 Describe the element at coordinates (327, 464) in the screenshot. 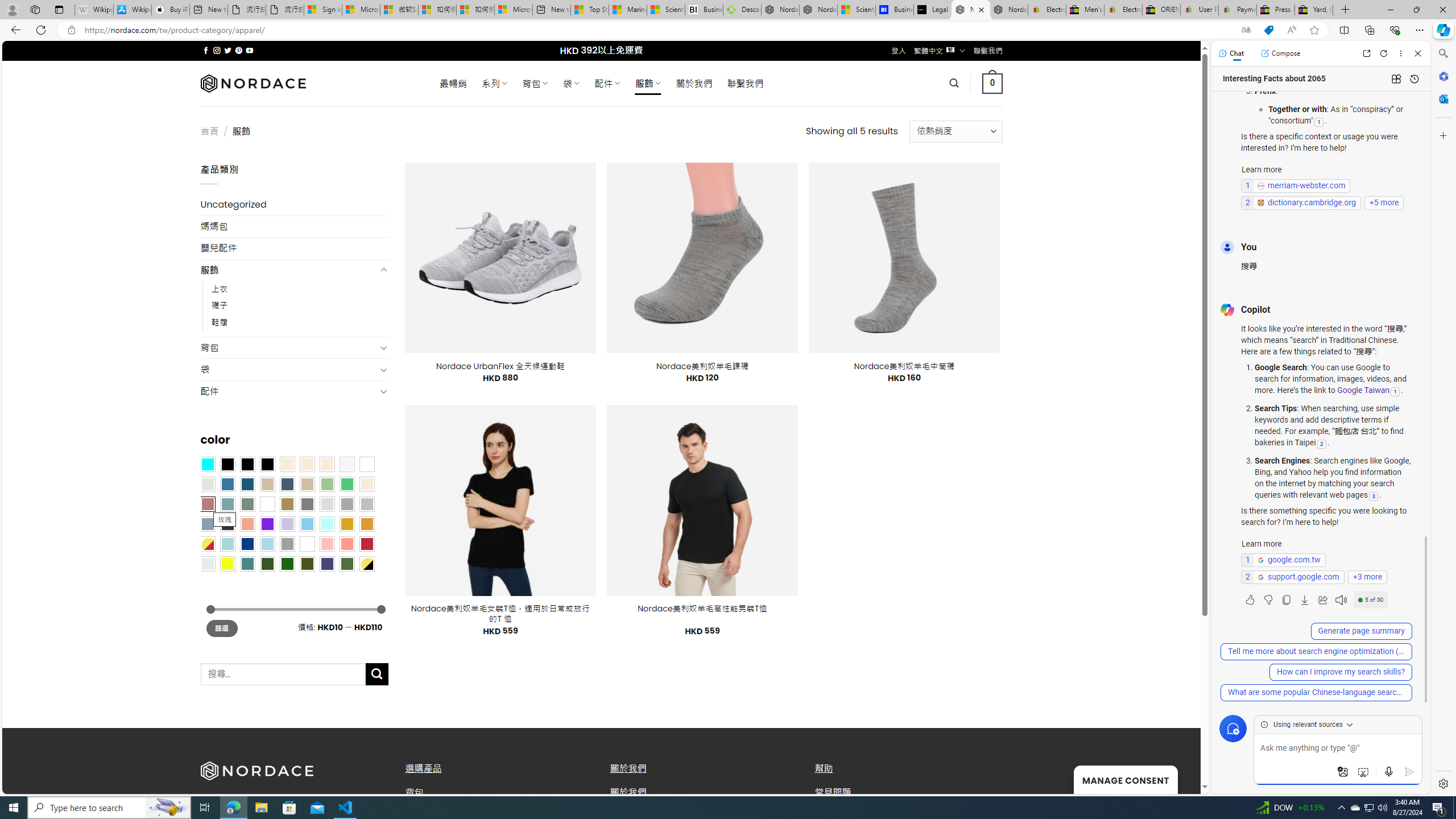

I see `'Cream'` at that location.